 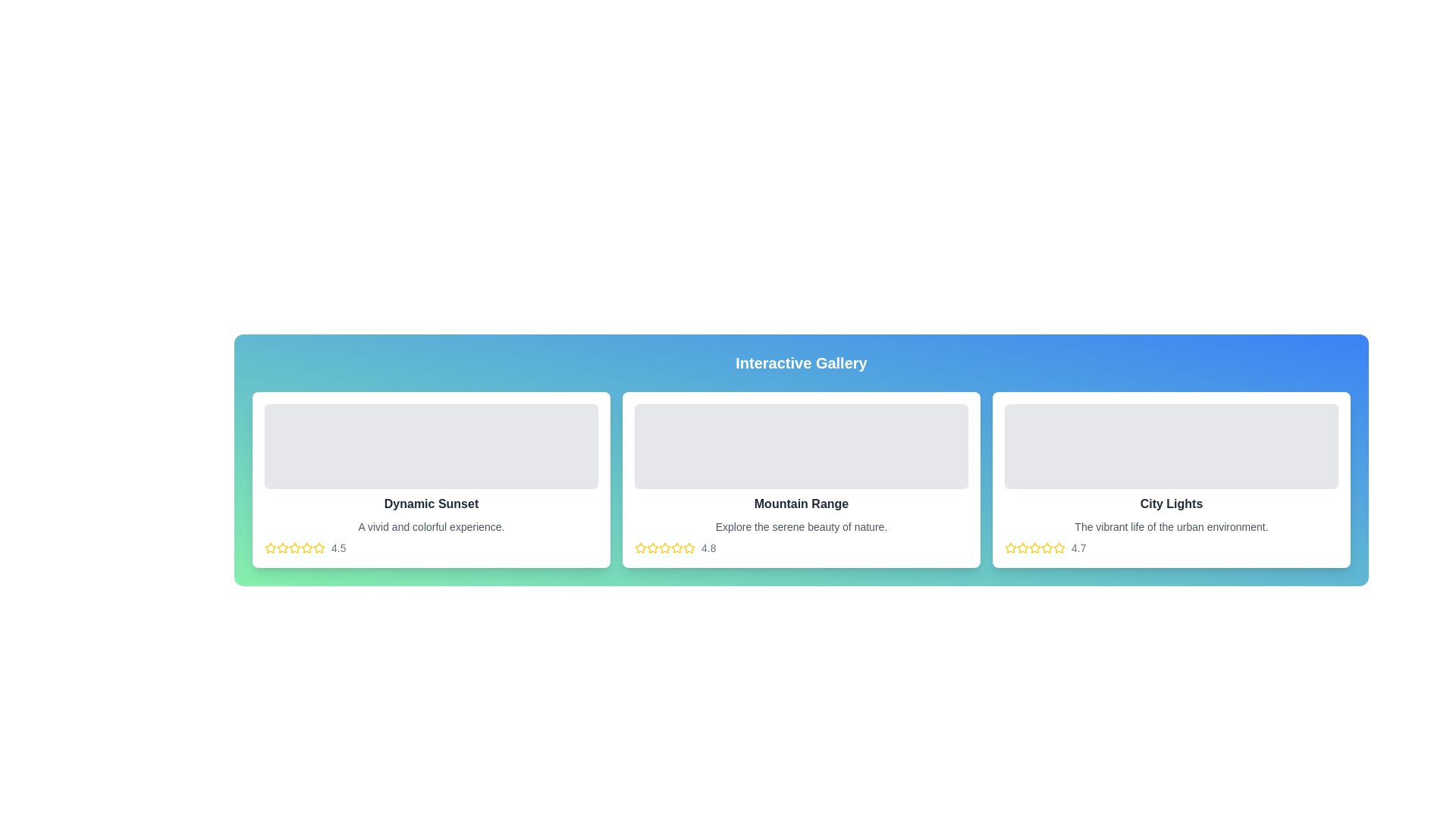 What do you see at coordinates (676, 548) in the screenshot?
I see `the third star icon in the rating system for the 'Mountain Range' section` at bounding box center [676, 548].